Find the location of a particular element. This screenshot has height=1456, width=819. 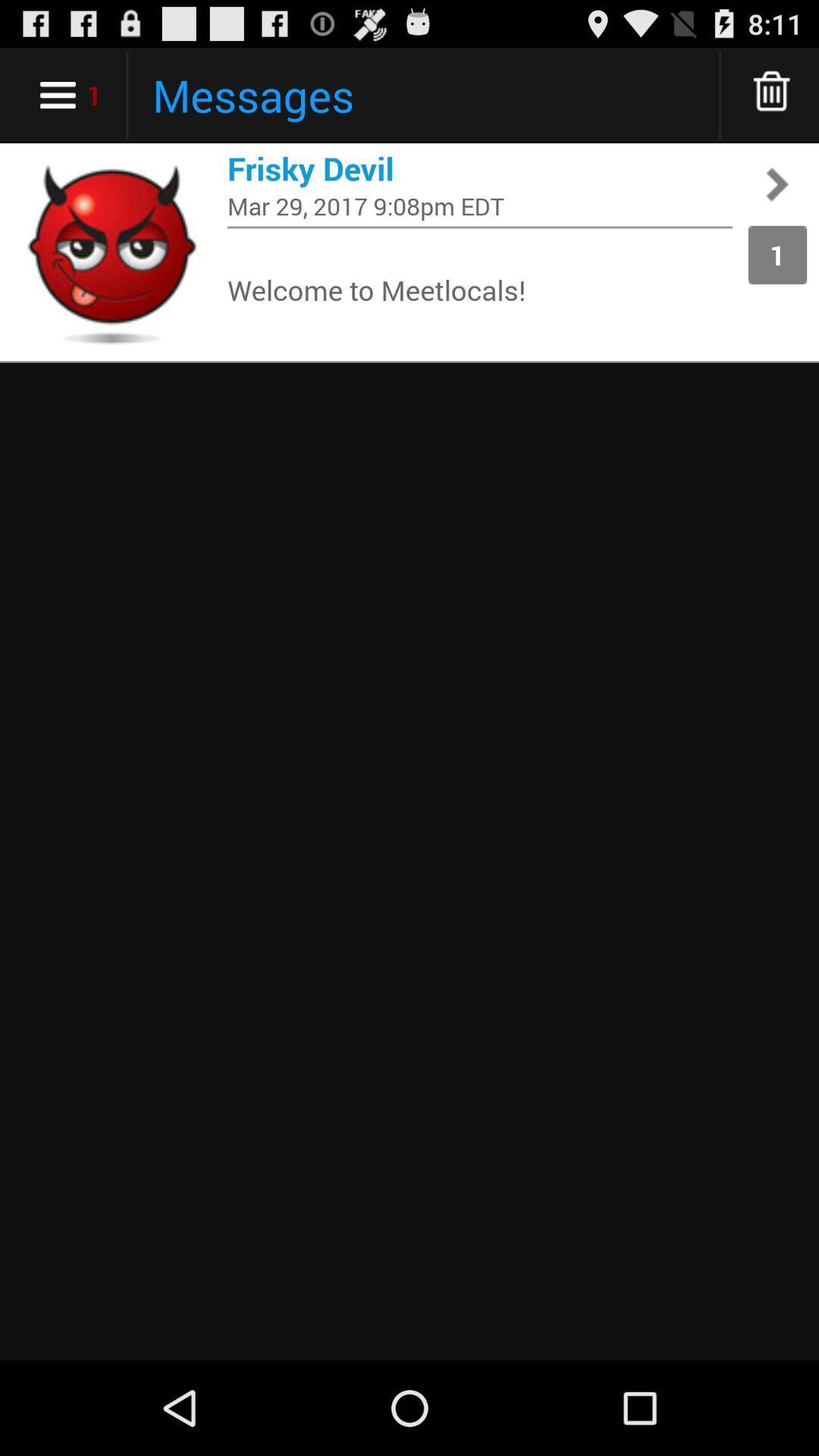

delete message s is located at coordinates (772, 94).